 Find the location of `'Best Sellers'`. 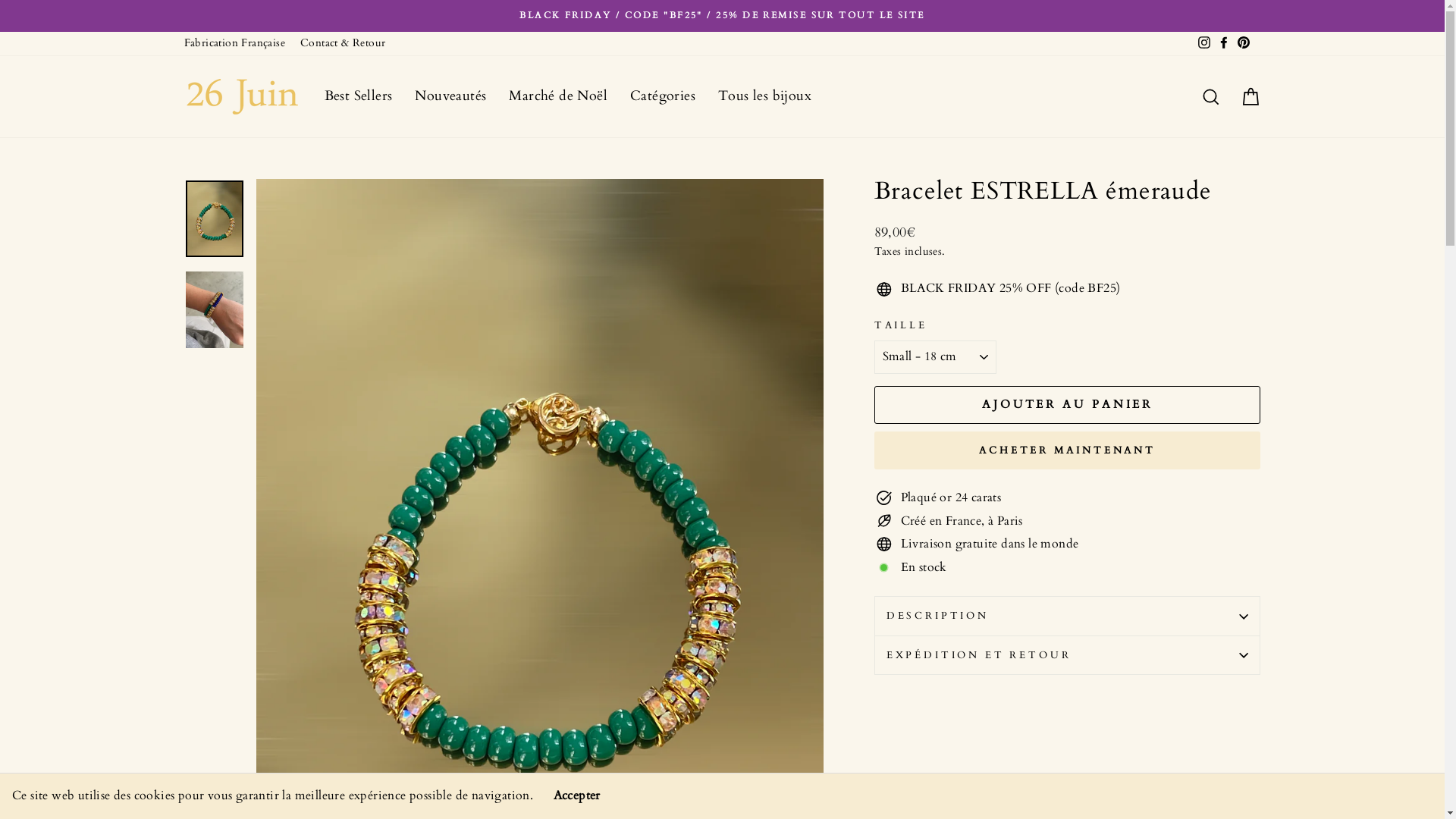

'Best Sellers' is located at coordinates (312, 96).